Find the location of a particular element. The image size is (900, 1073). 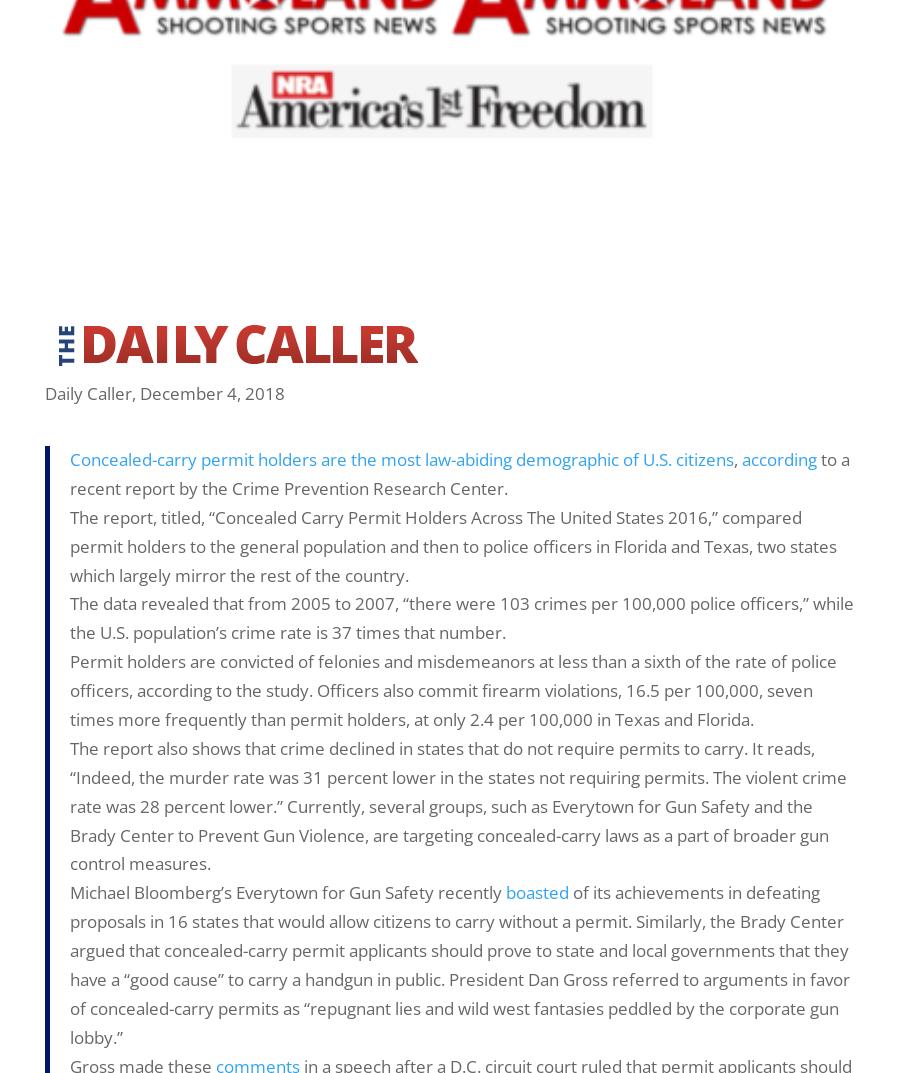

'to a recent report by the Crime Prevention Research Center.' is located at coordinates (458, 472).